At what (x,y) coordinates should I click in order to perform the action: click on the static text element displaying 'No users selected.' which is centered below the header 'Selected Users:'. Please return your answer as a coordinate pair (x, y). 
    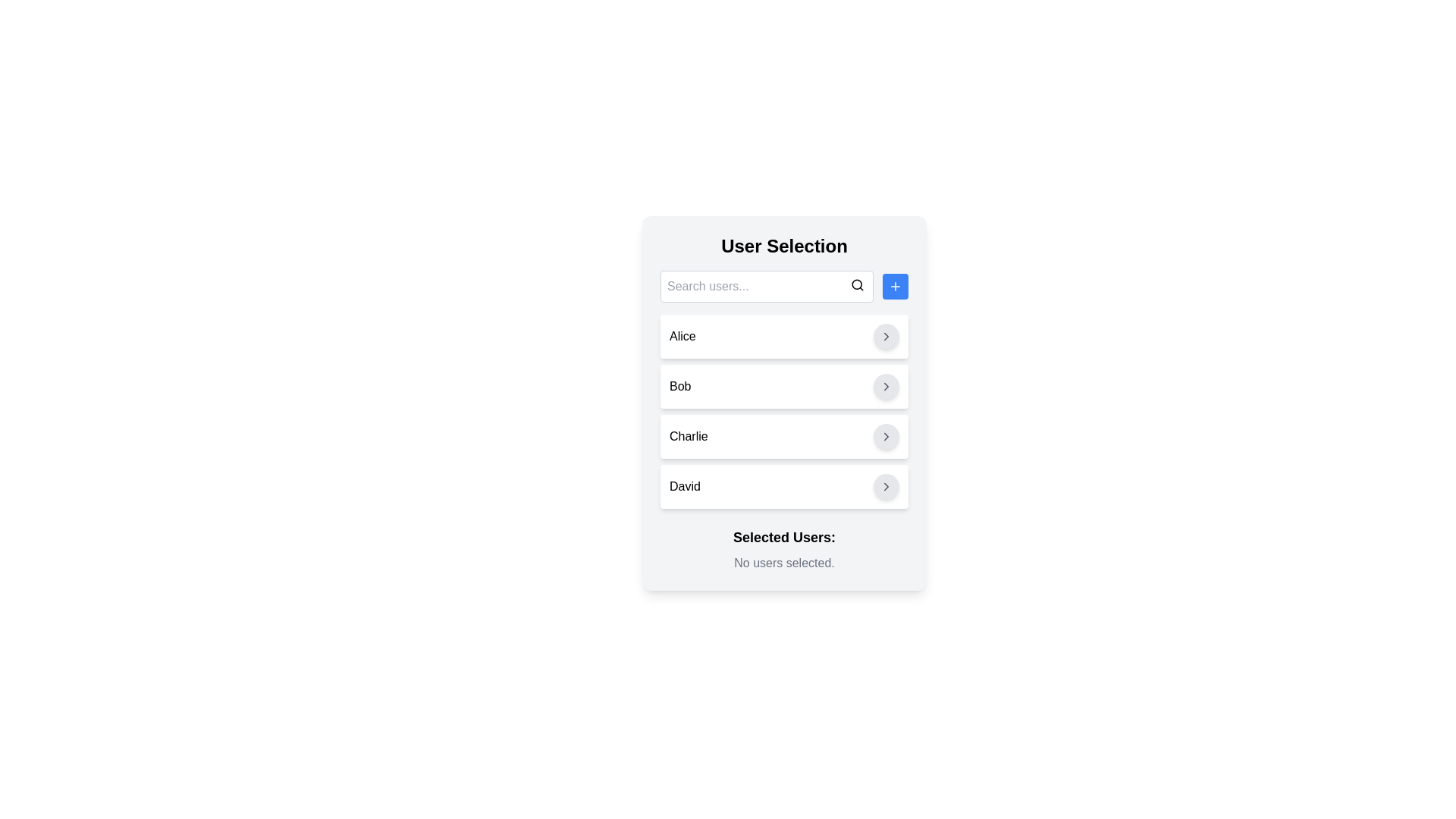
    Looking at the image, I should click on (784, 563).